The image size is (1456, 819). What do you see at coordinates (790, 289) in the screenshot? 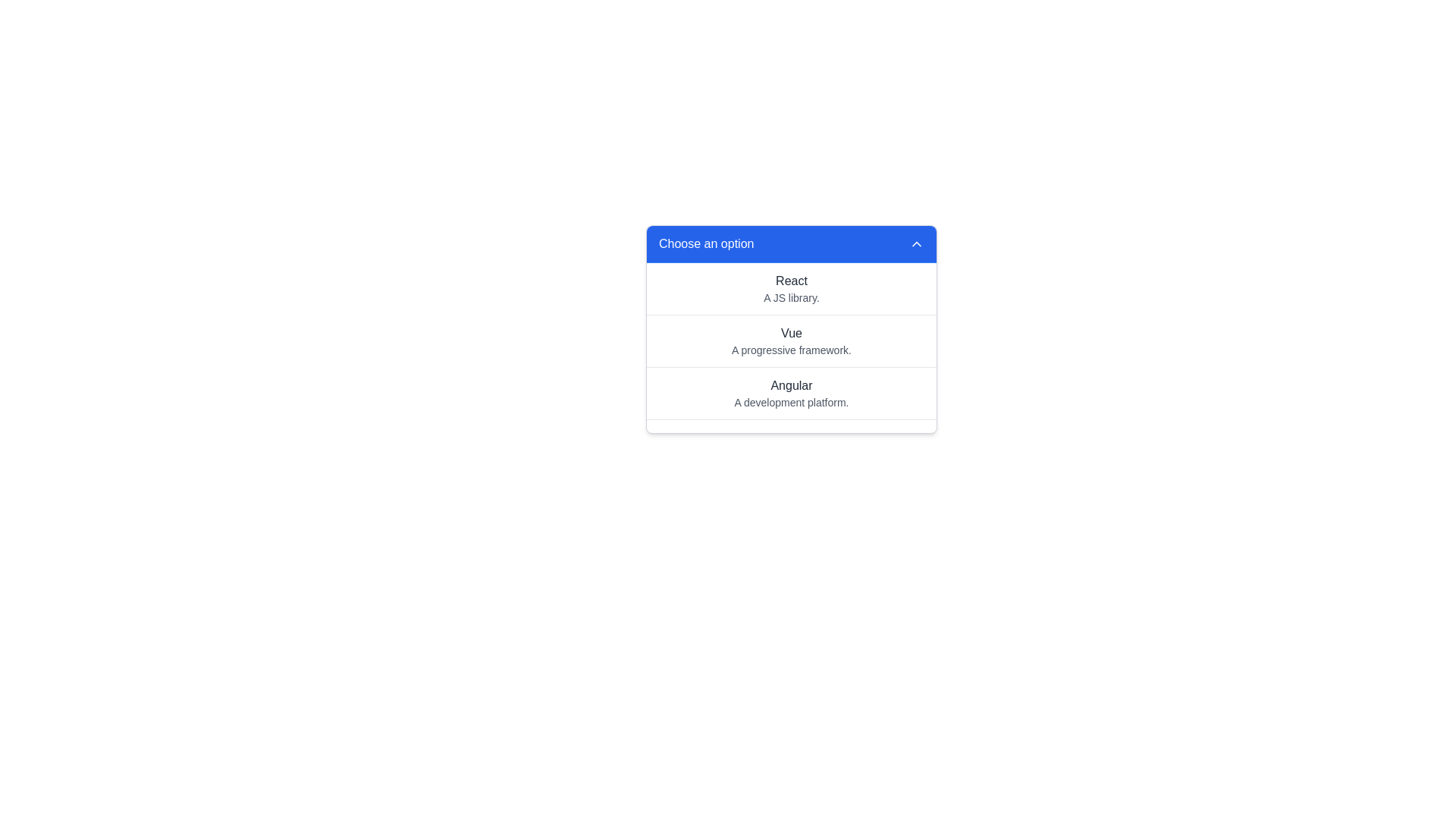
I see `the first list item in the dropdown menu, which displays 'React' in bold and 'A JS library.' in a smaller font` at bounding box center [790, 289].